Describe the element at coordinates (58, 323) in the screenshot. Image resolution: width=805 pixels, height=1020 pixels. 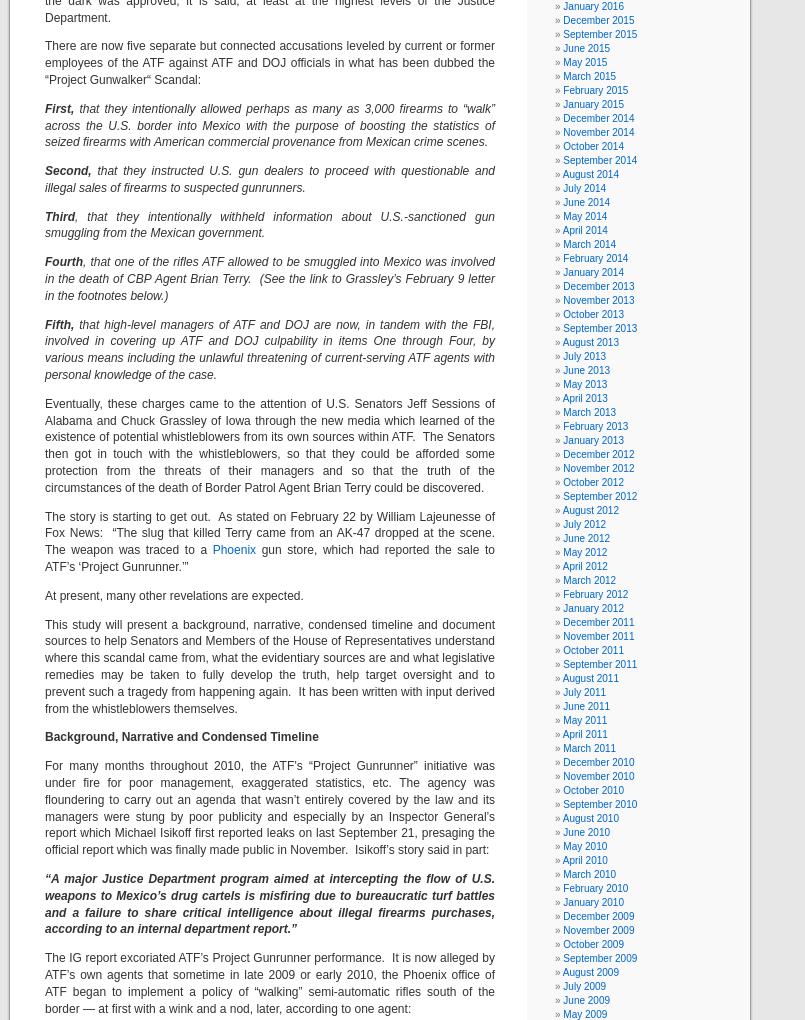
I see `'Fifth,'` at that location.